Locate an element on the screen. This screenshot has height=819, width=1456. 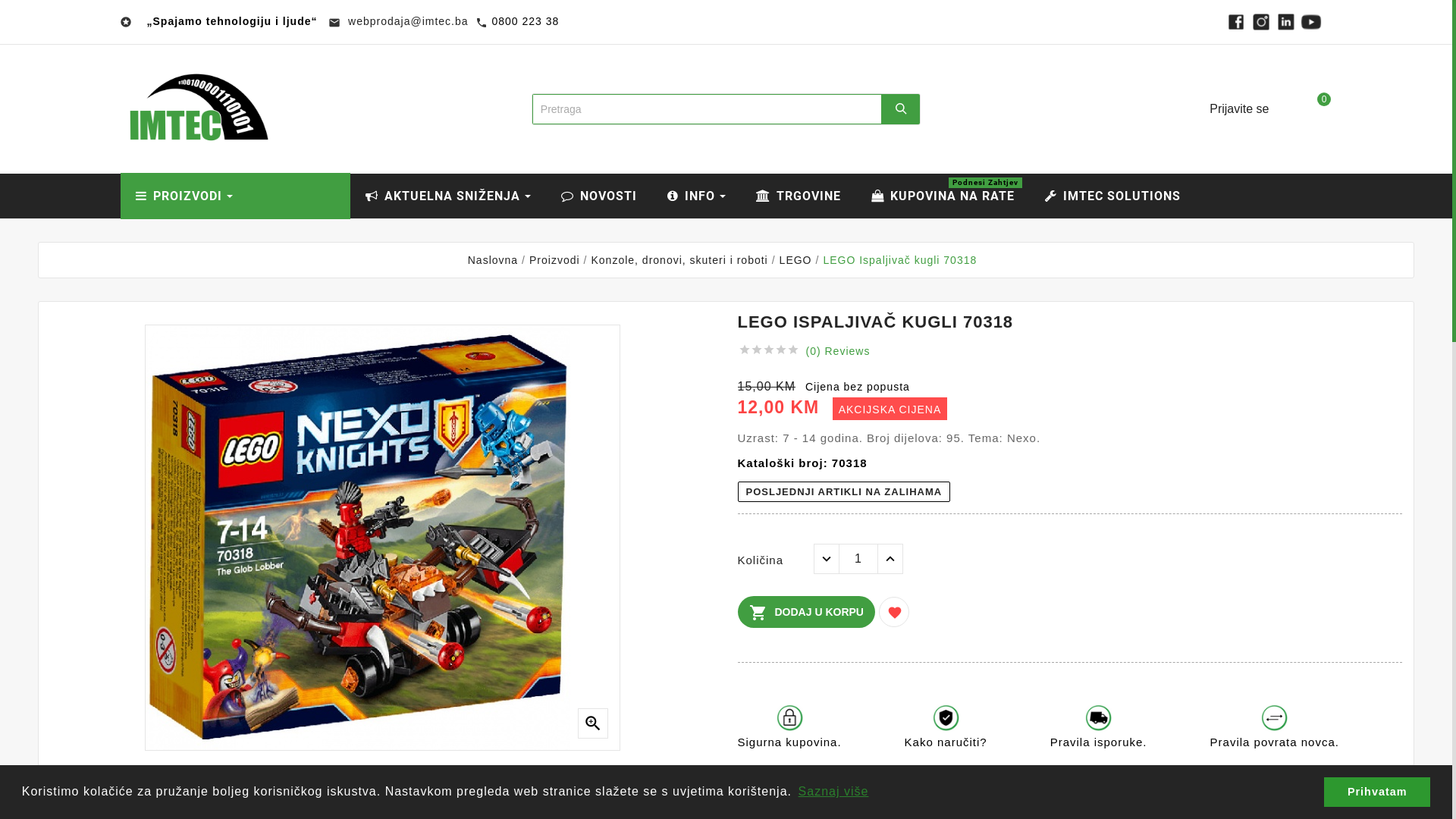
'TRGOVINE' is located at coordinates (796, 195).